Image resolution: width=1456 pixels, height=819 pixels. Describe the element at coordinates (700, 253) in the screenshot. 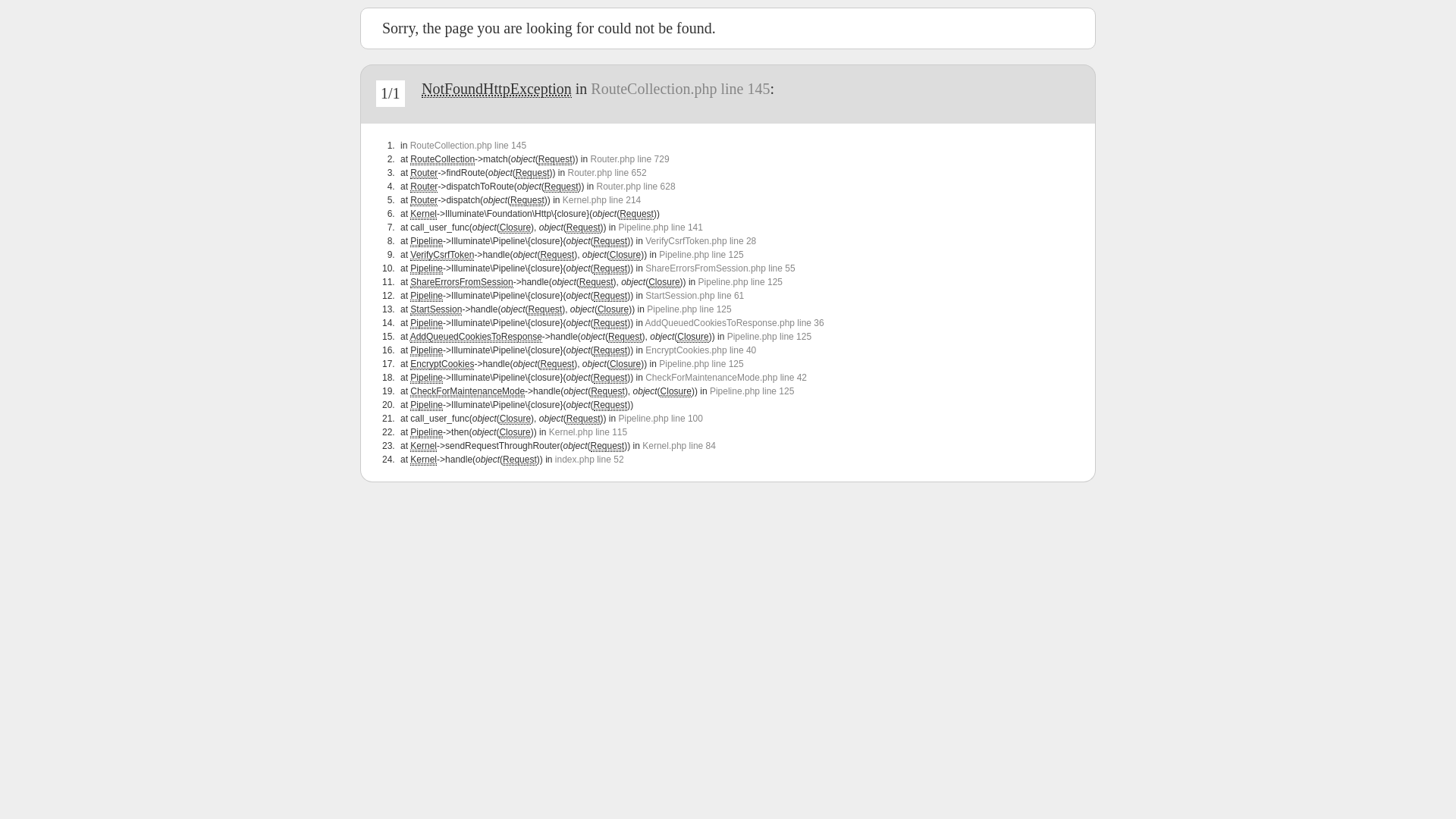

I see `'Pipeline.php line 125'` at that location.